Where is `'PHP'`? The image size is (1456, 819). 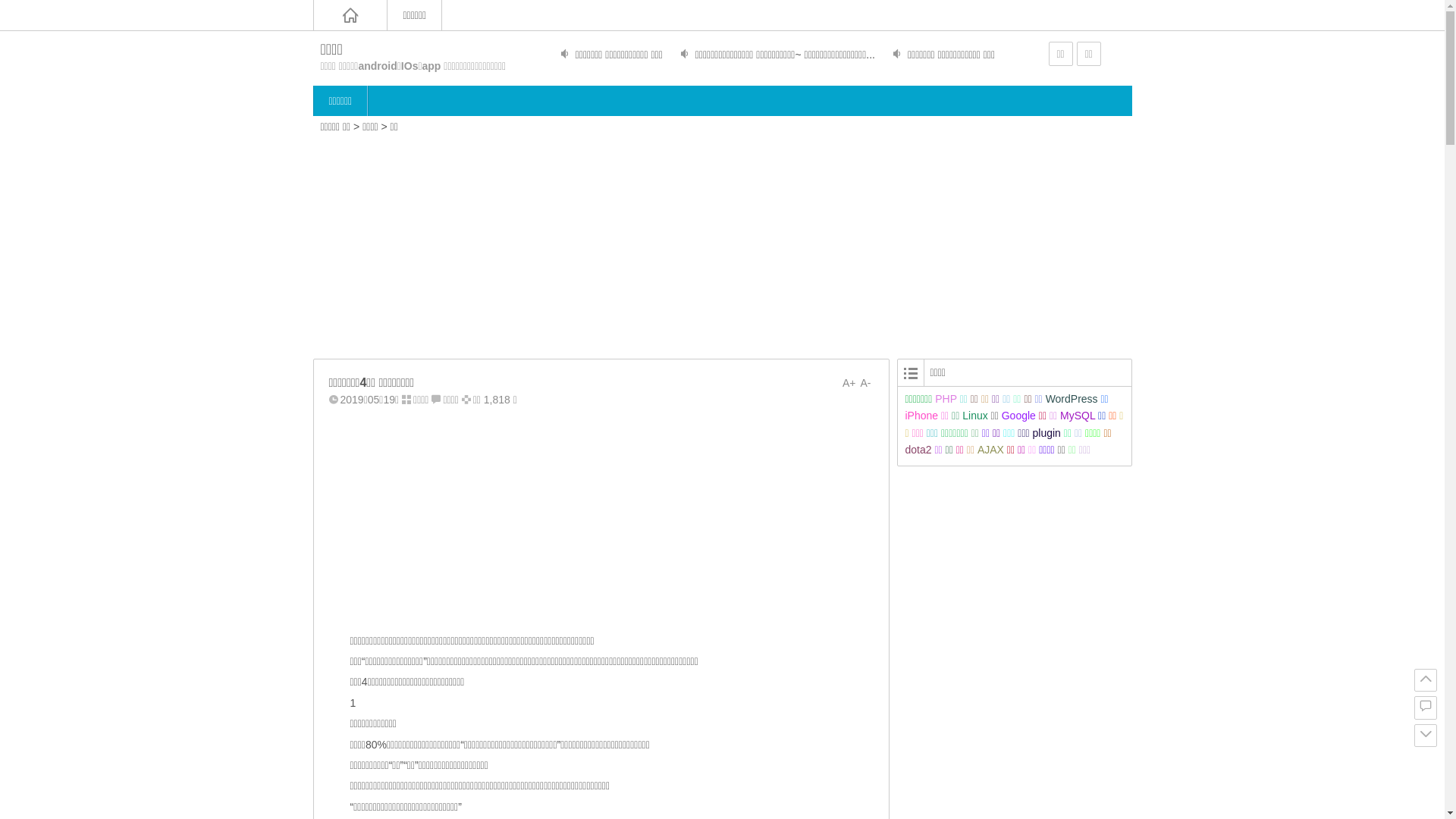
'PHP' is located at coordinates (945, 397).